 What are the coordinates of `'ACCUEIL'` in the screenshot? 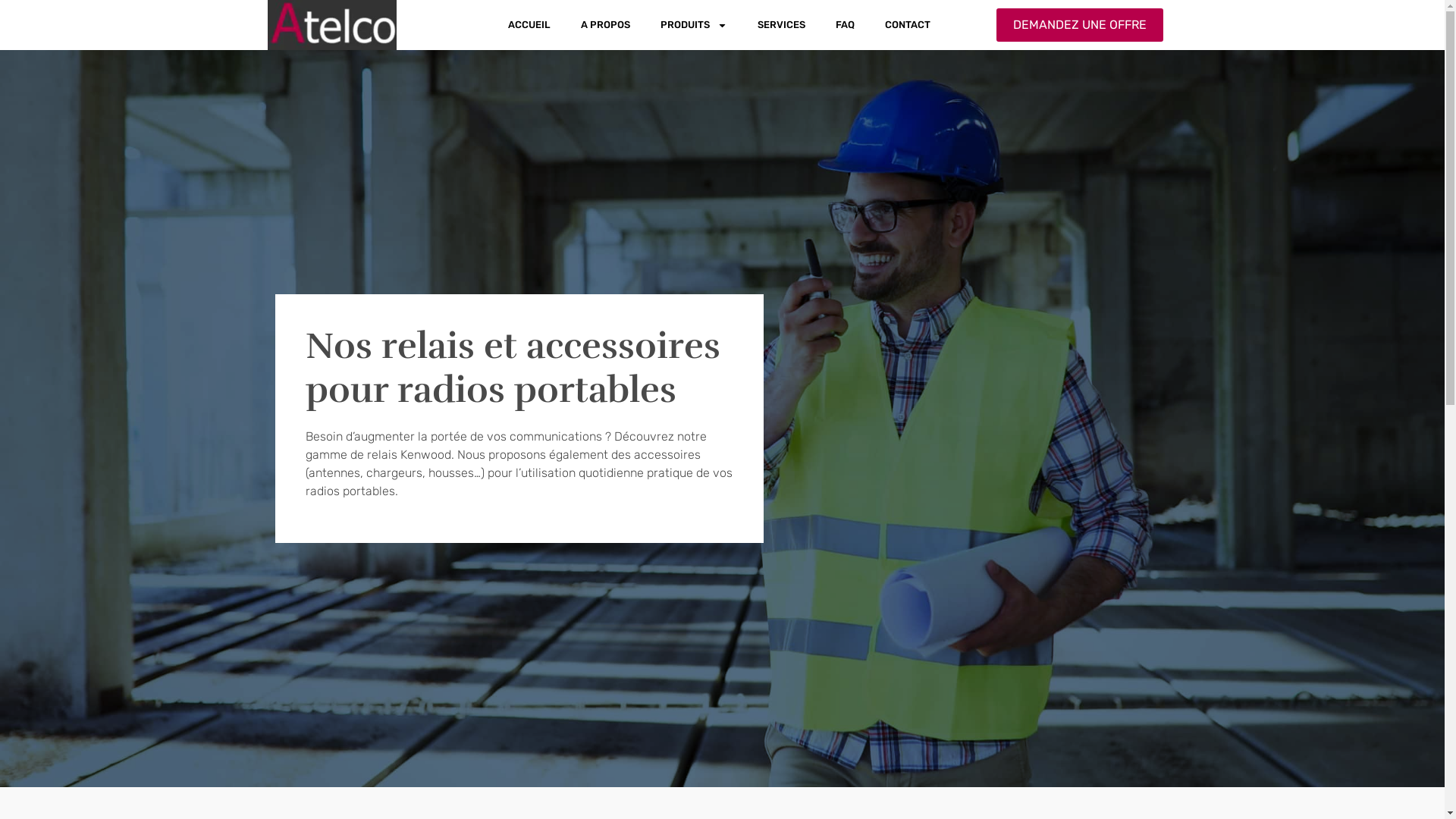 It's located at (529, 25).